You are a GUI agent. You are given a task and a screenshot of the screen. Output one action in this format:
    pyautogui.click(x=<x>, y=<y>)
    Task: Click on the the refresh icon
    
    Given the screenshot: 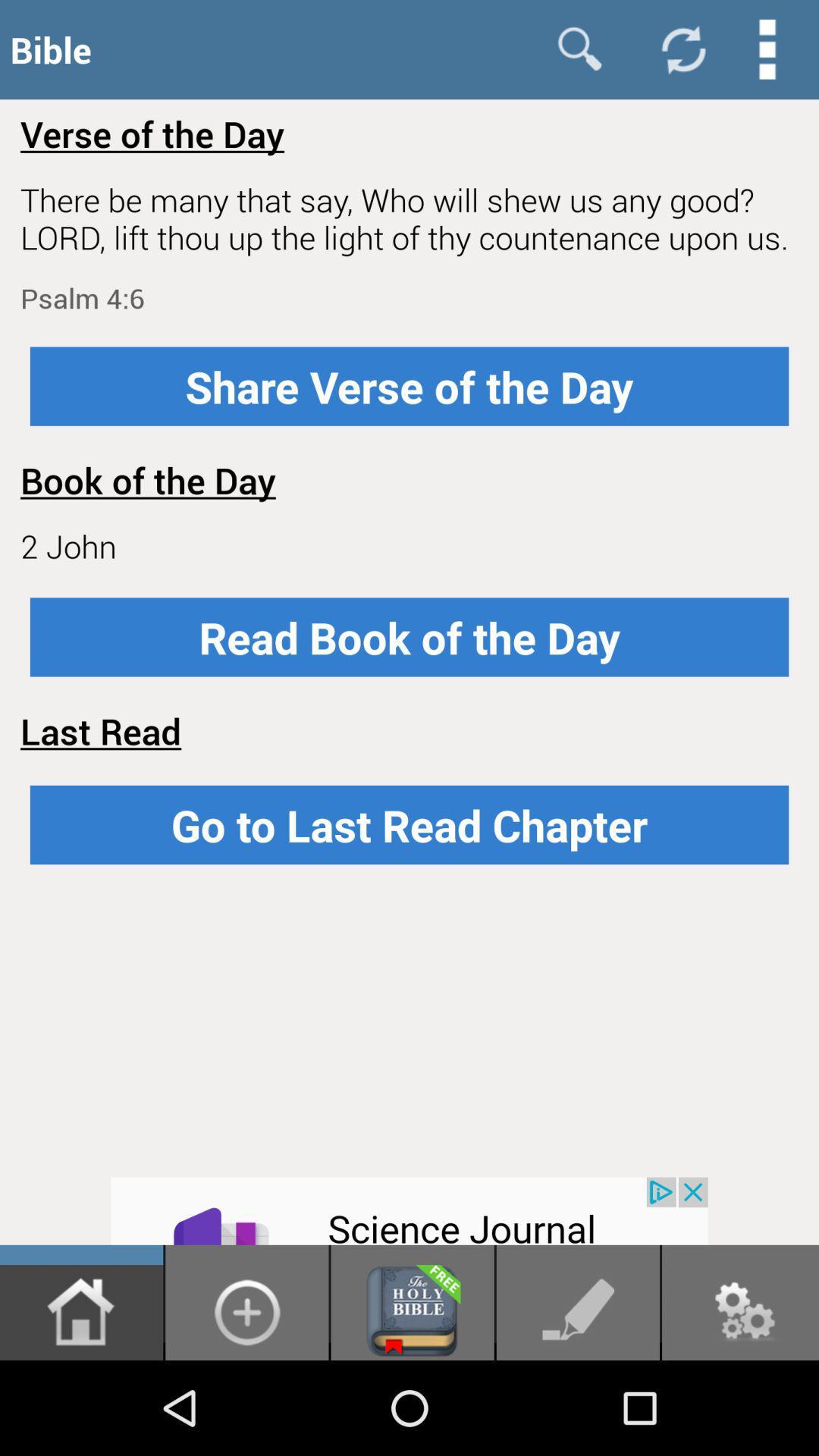 What is the action you would take?
    pyautogui.click(x=683, y=52)
    